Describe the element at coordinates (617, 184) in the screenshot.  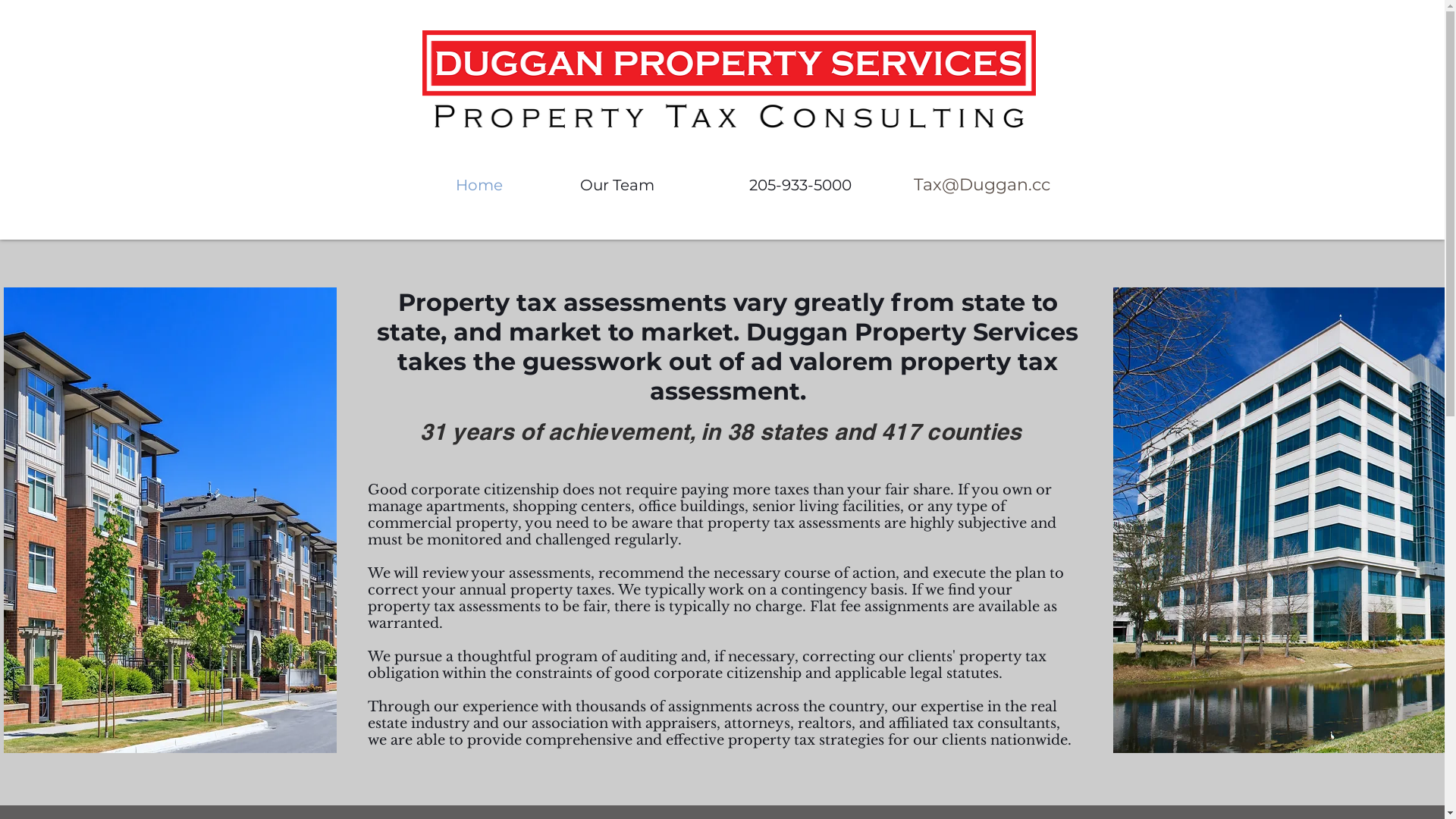
I see `'Our Team'` at that location.